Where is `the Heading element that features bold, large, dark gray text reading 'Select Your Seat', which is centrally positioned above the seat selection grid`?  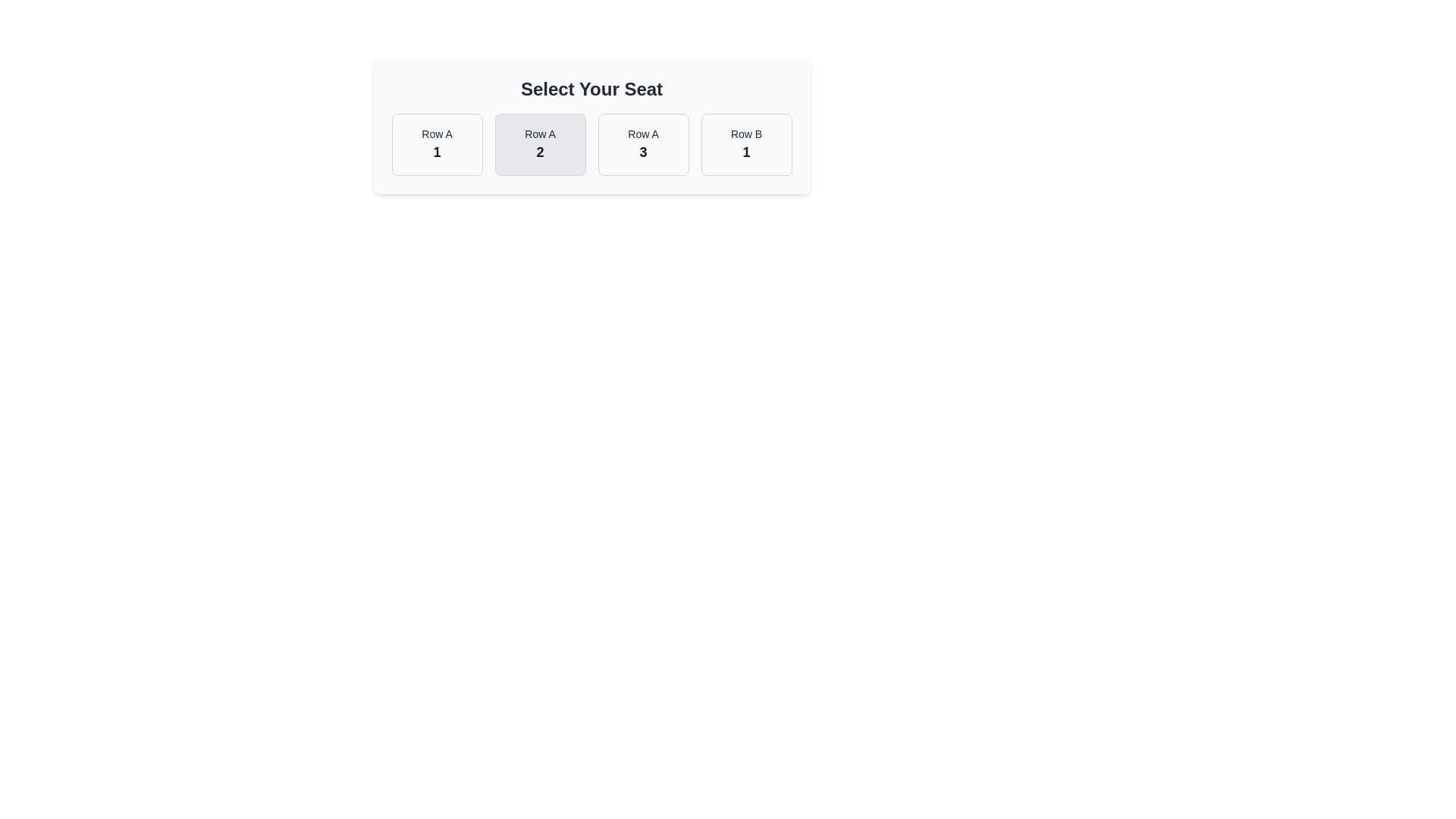 the Heading element that features bold, large, dark gray text reading 'Select Your Seat', which is centrally positioned above the seat selection grid is located at coordinates (591, 89).